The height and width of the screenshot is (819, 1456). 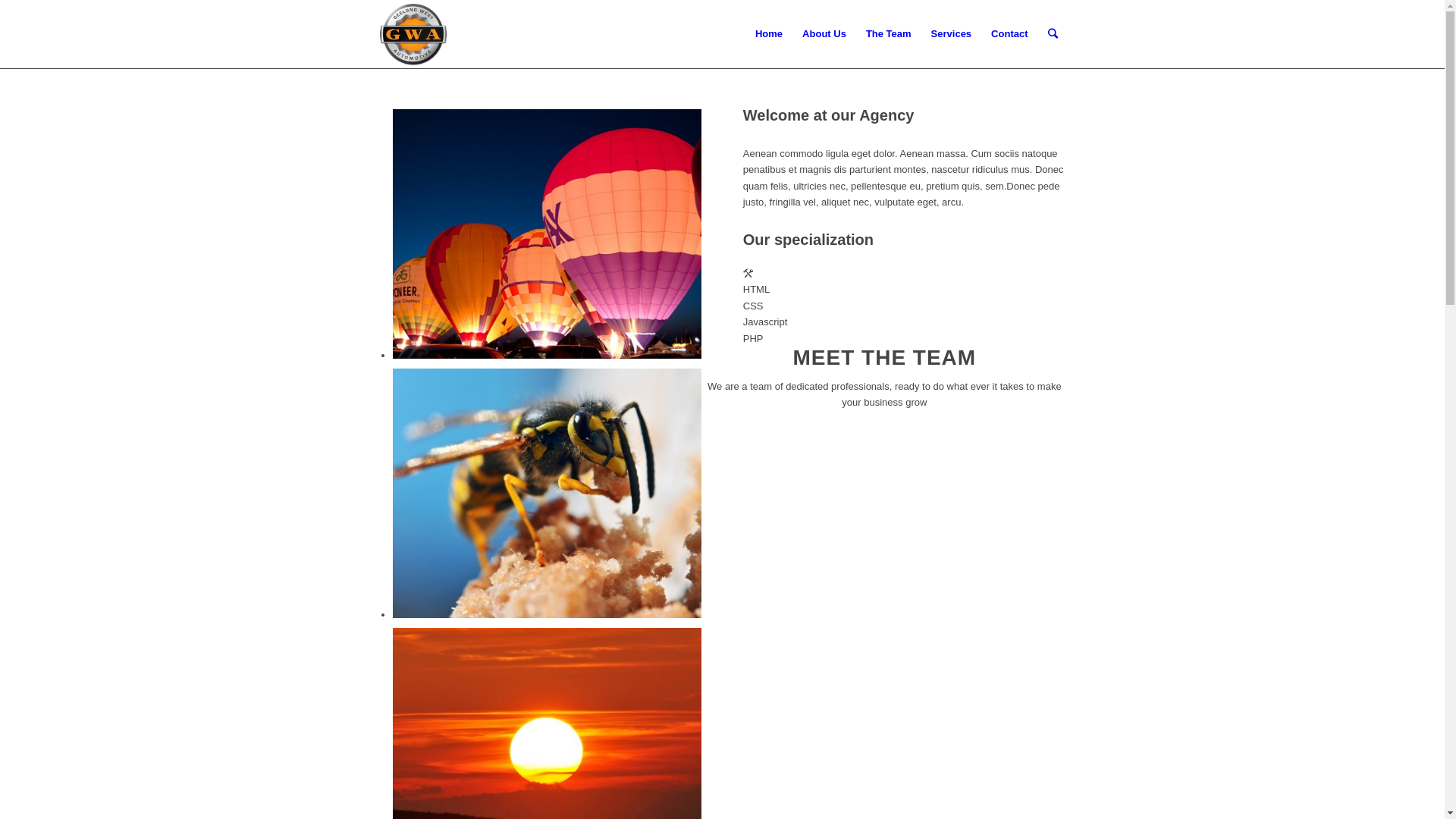 What do you see at coordinates (546, 493) in the screenshot?
I see `'014'` at bounding box center [546, 493].